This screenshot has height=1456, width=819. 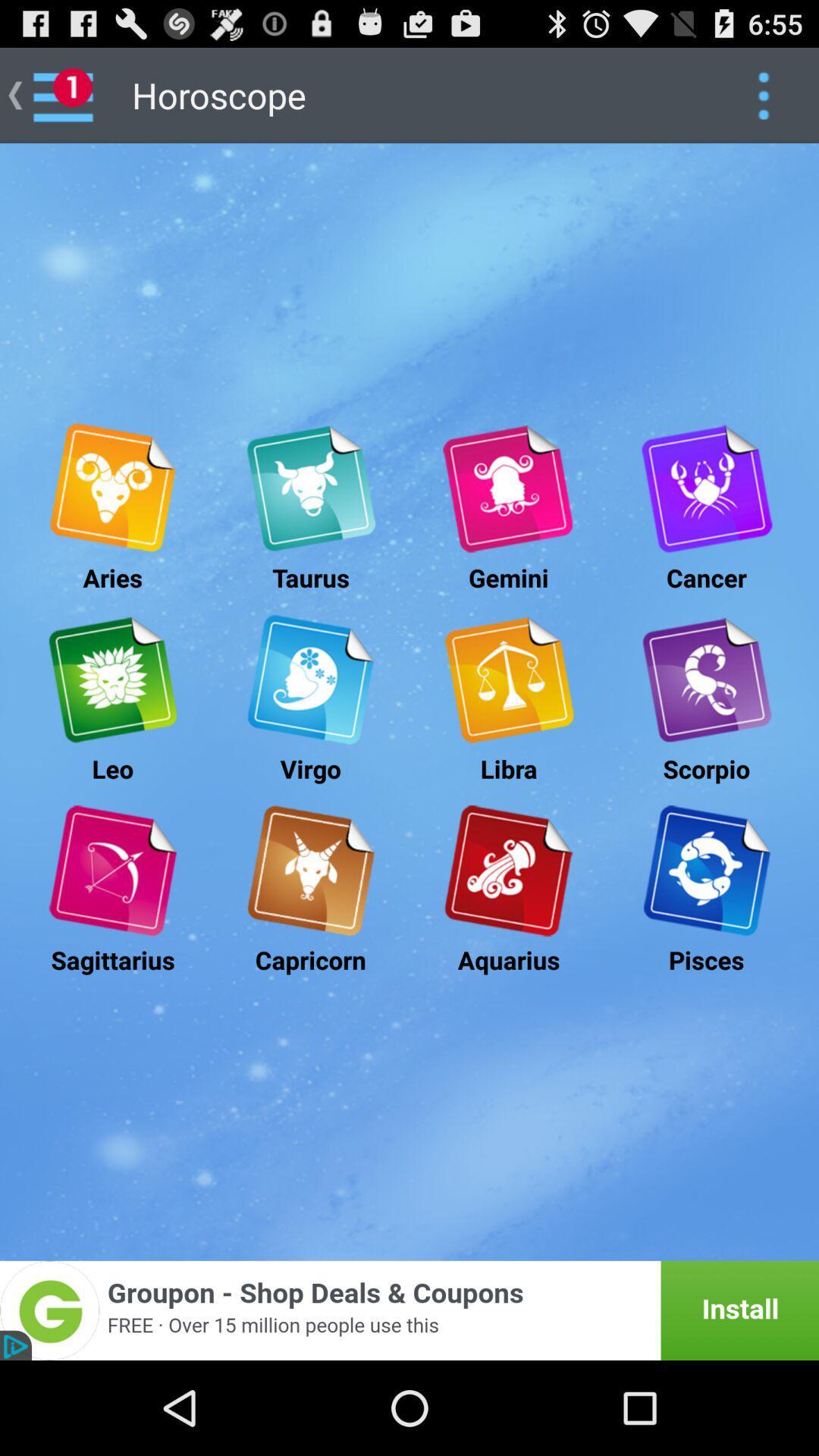 What do you see at coordinates (706, 871) in the screenshot?
I see `open pisces horoscope` at bounding box center [706, 871].